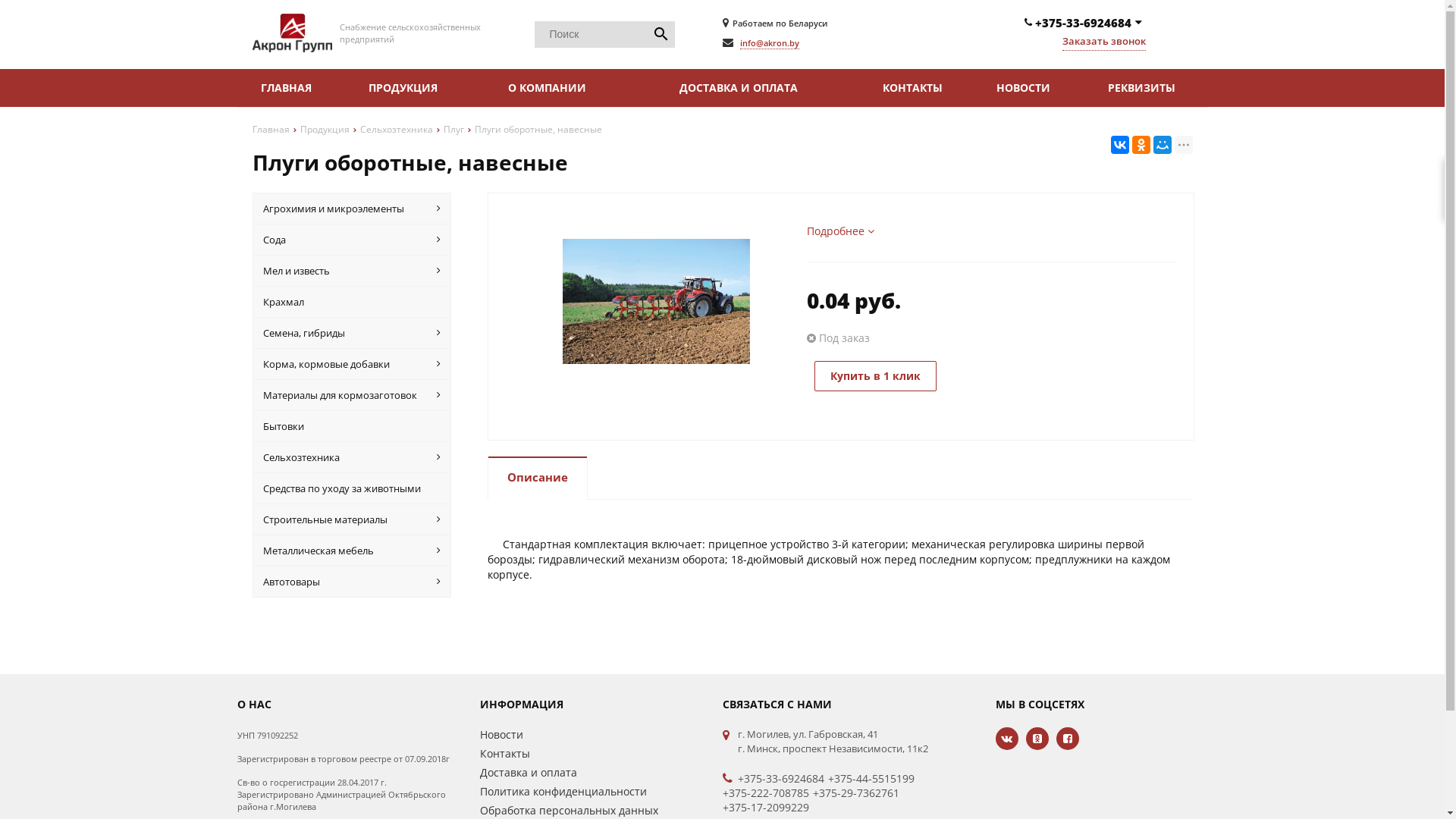 This screenshot has width=1456, height=819. What do you see at coordinates (736, 778) in the screenshot?
I see `'+375-33-6924684'` at bounding box center [736, 778].